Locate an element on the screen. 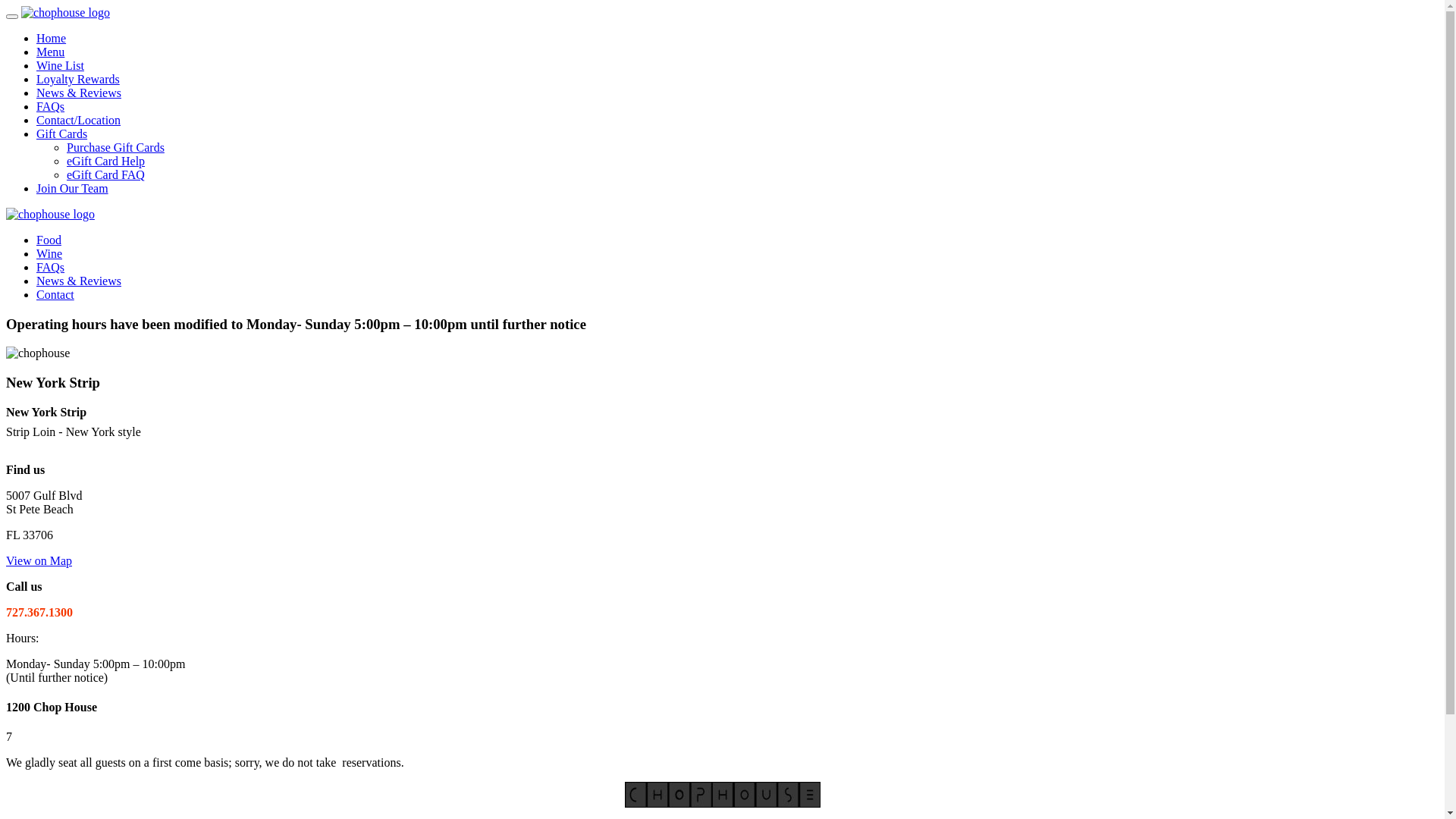 This screenshot has height=819, width=1456. 'Join Our Team' is located at coordinates (36, 187).